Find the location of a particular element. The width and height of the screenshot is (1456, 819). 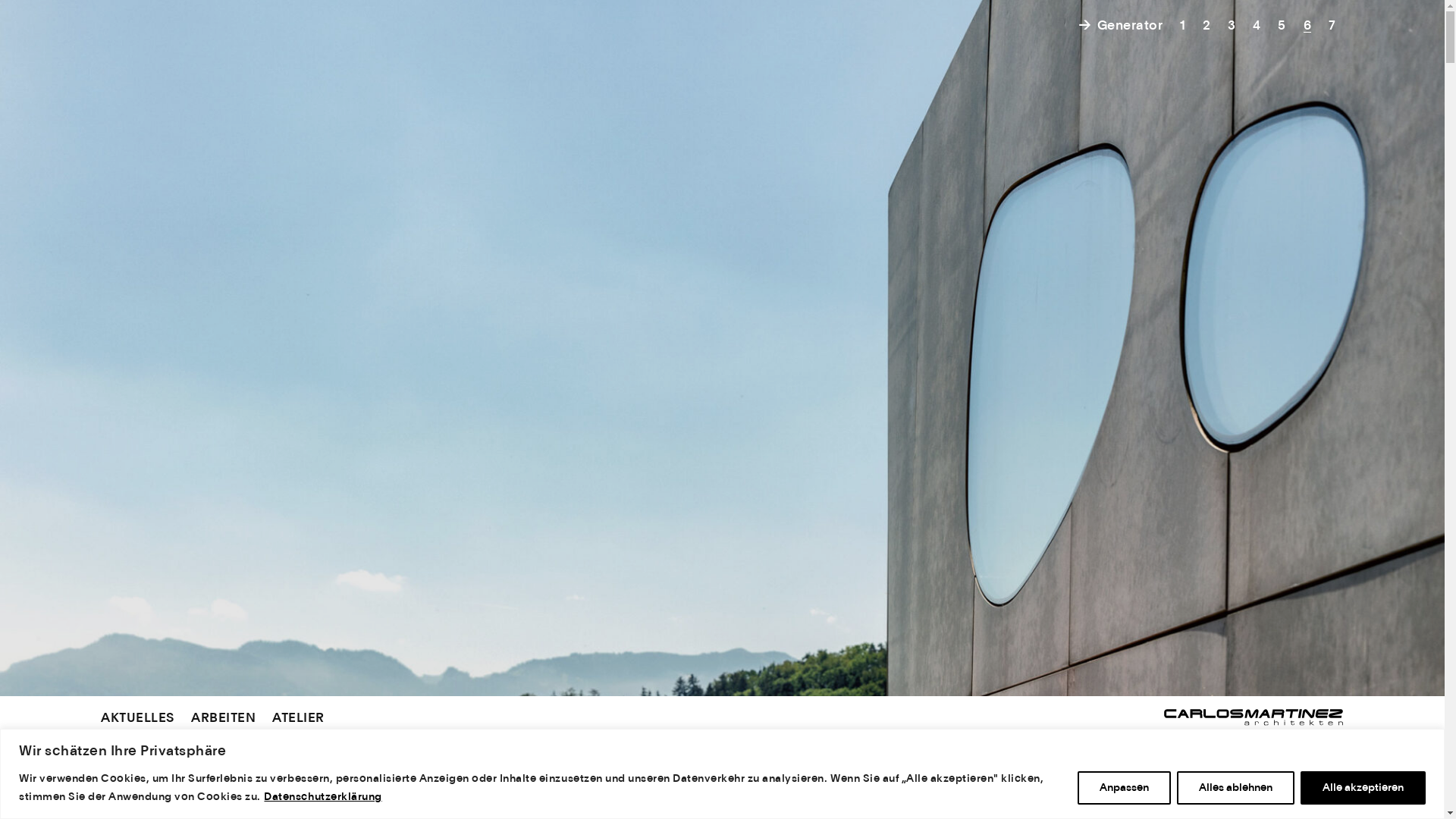

'7' is located at coordinates (1330, 26).